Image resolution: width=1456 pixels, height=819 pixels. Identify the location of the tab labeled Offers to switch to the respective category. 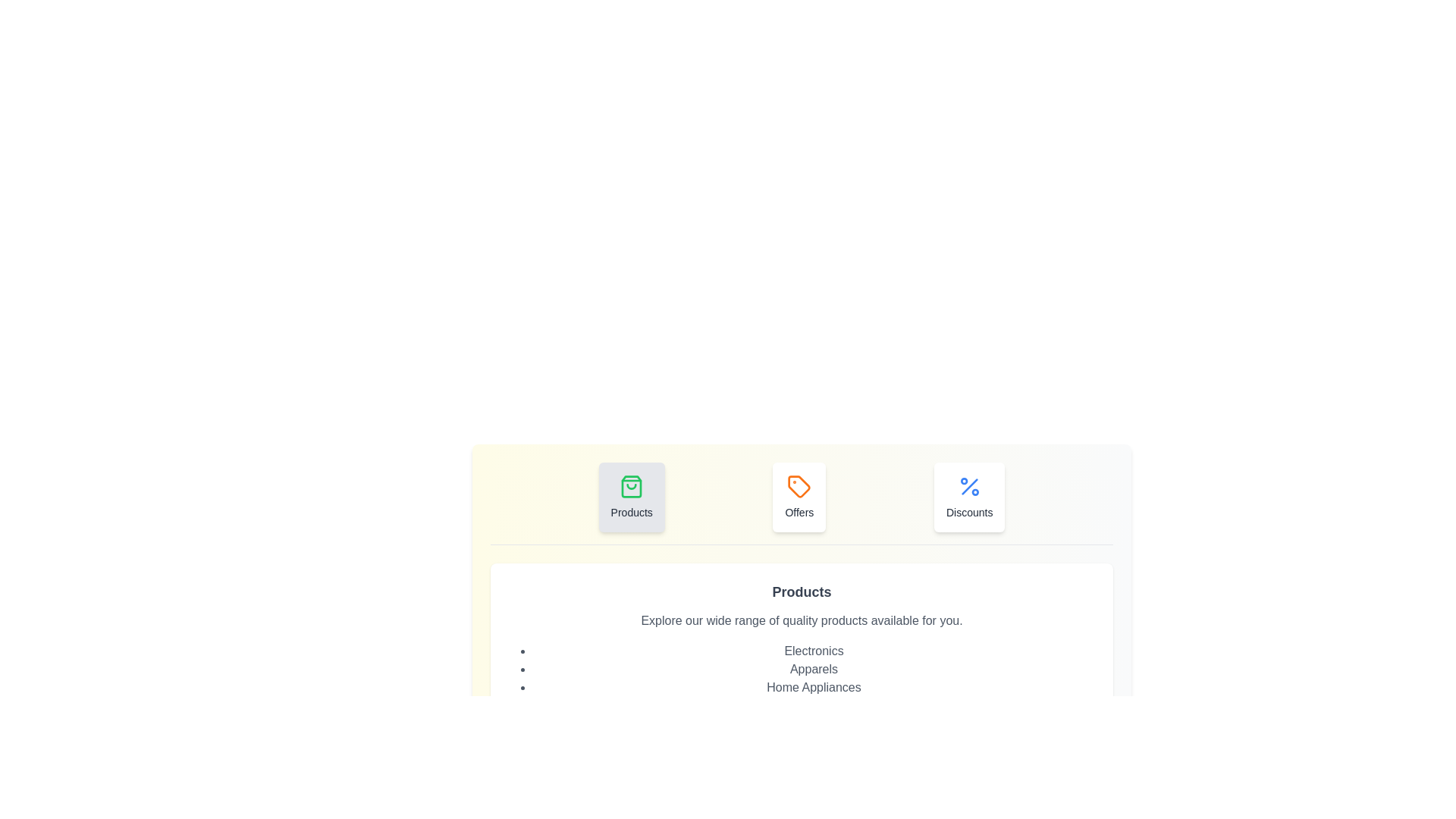
(799, 497).